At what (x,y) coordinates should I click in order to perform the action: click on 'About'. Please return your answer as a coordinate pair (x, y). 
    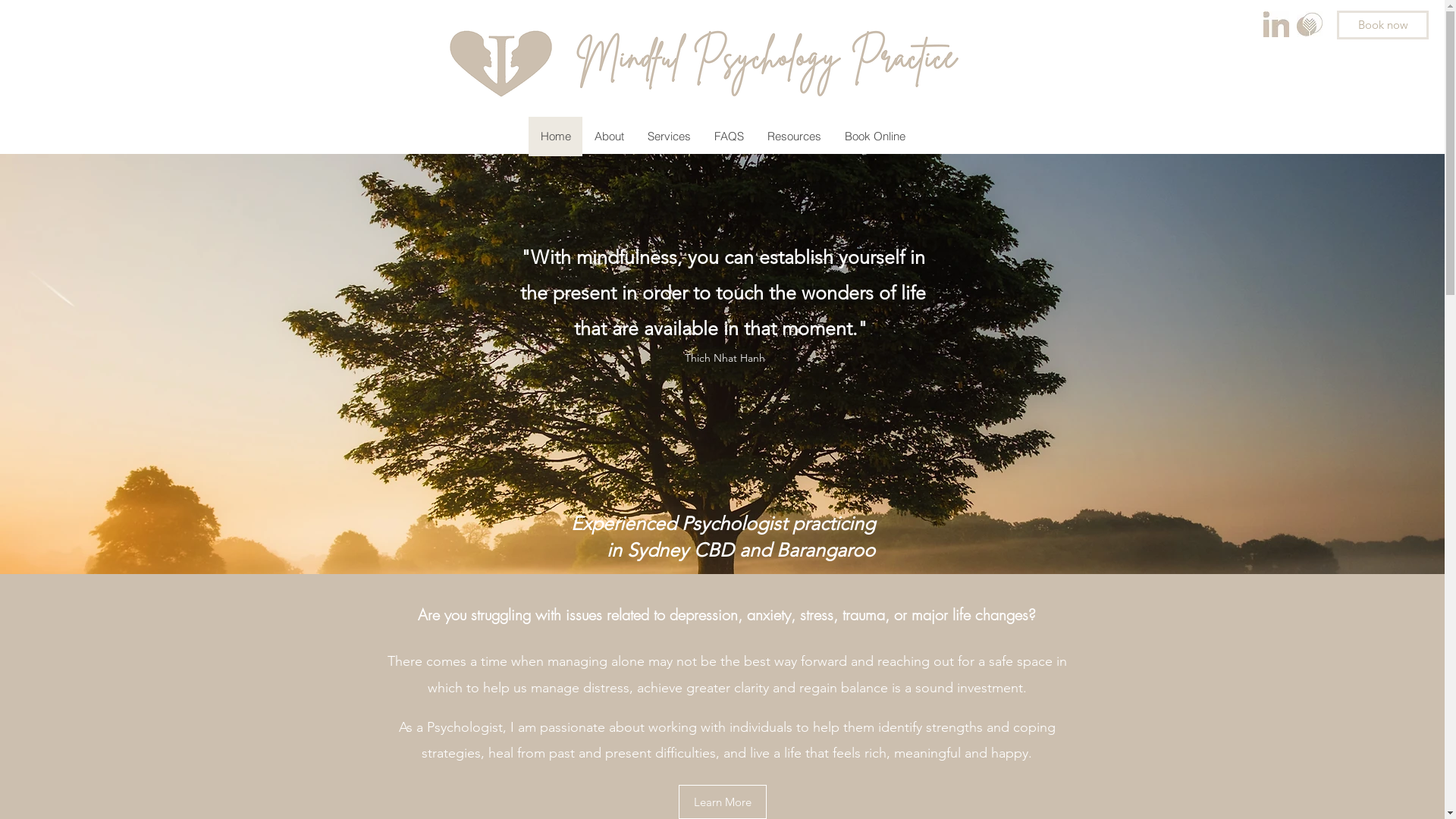
    Looking at the image, I should click on (608, 136).